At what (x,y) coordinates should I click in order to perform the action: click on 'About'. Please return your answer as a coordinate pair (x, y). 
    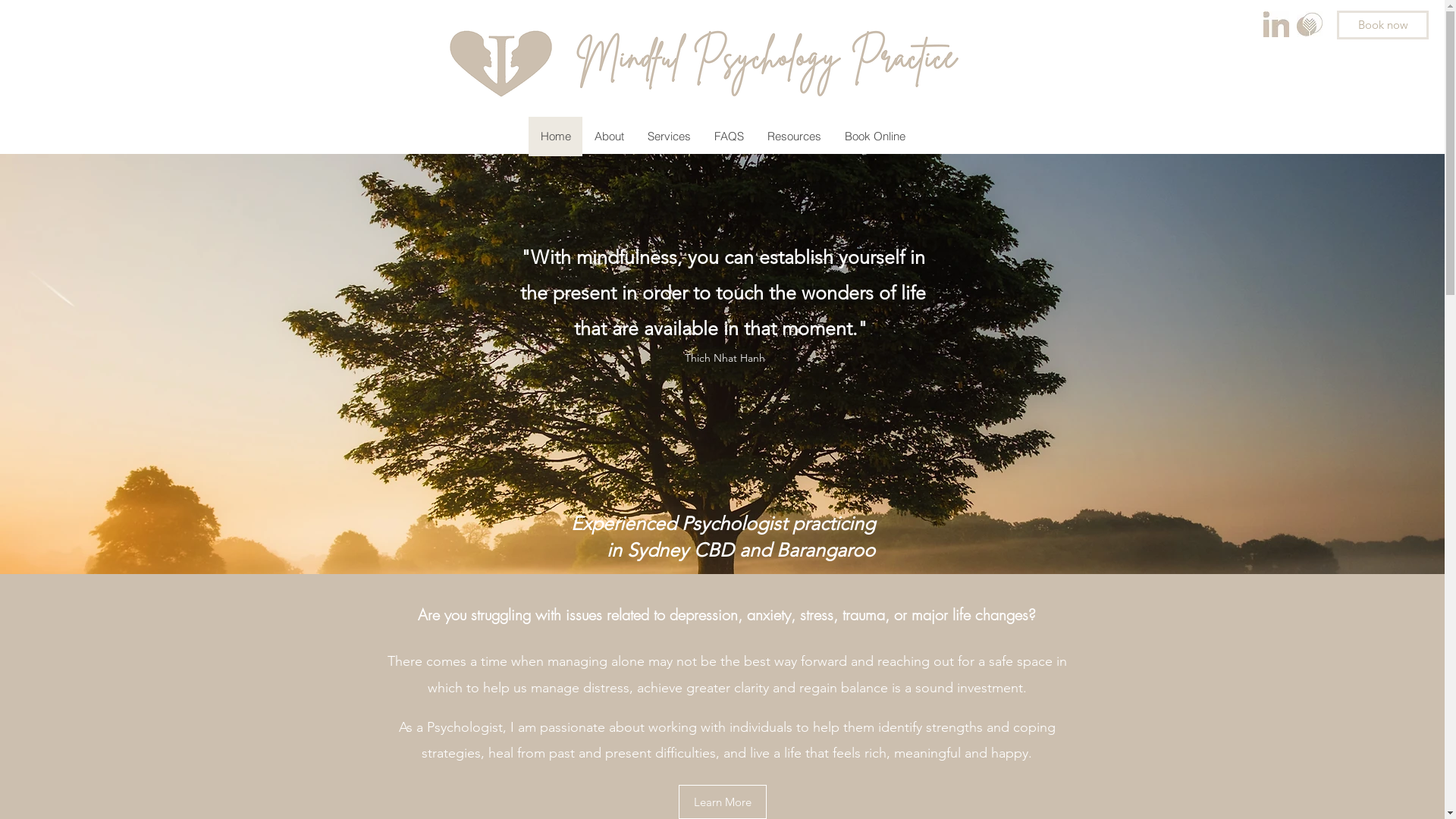
    Looking at the image, I should click on (608, 136).